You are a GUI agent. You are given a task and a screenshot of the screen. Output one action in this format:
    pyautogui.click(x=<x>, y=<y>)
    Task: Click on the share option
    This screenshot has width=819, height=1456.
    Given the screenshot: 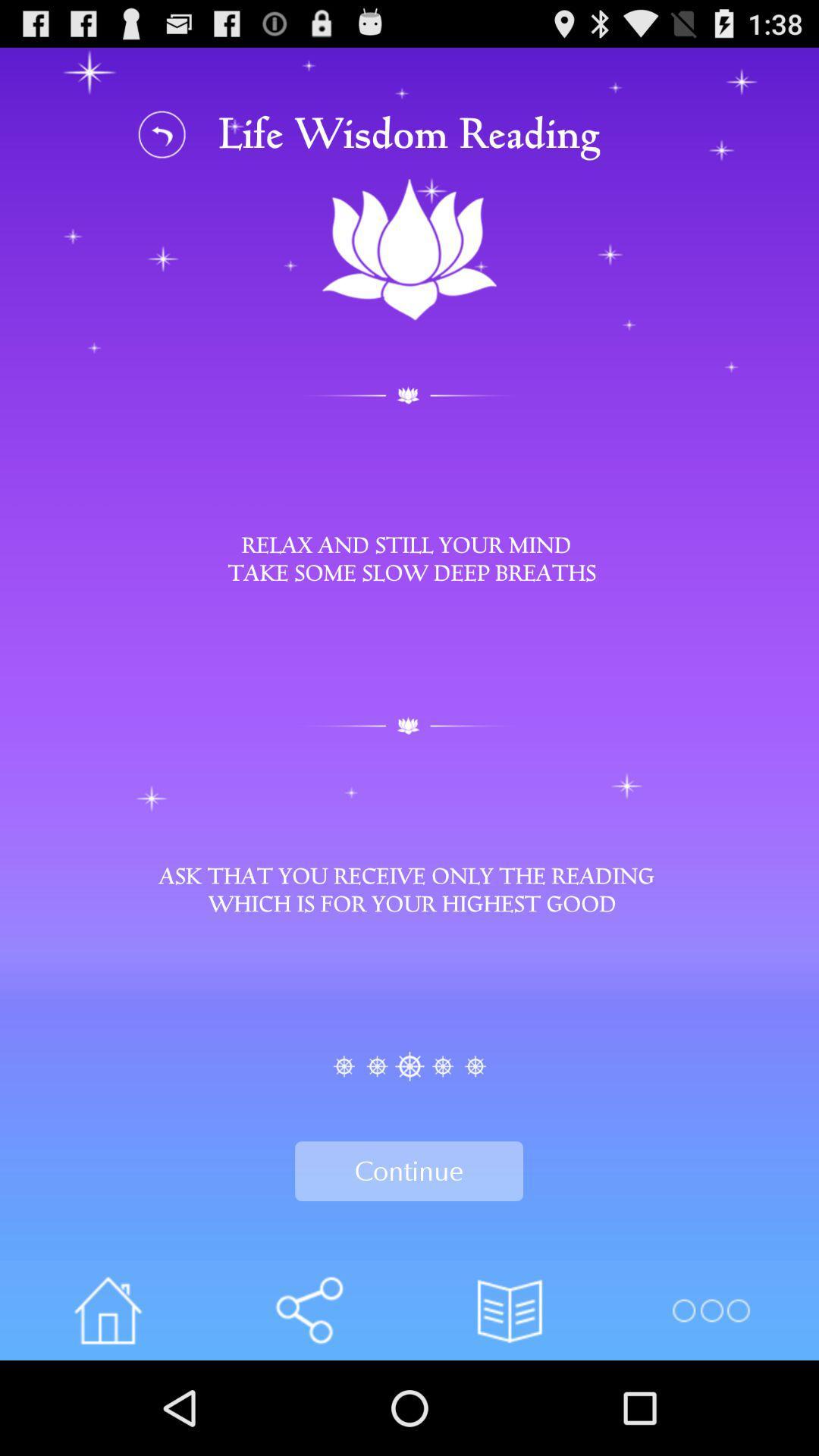 What is the action you would take?
    pyautogui.click(x=308, y=1310)
    